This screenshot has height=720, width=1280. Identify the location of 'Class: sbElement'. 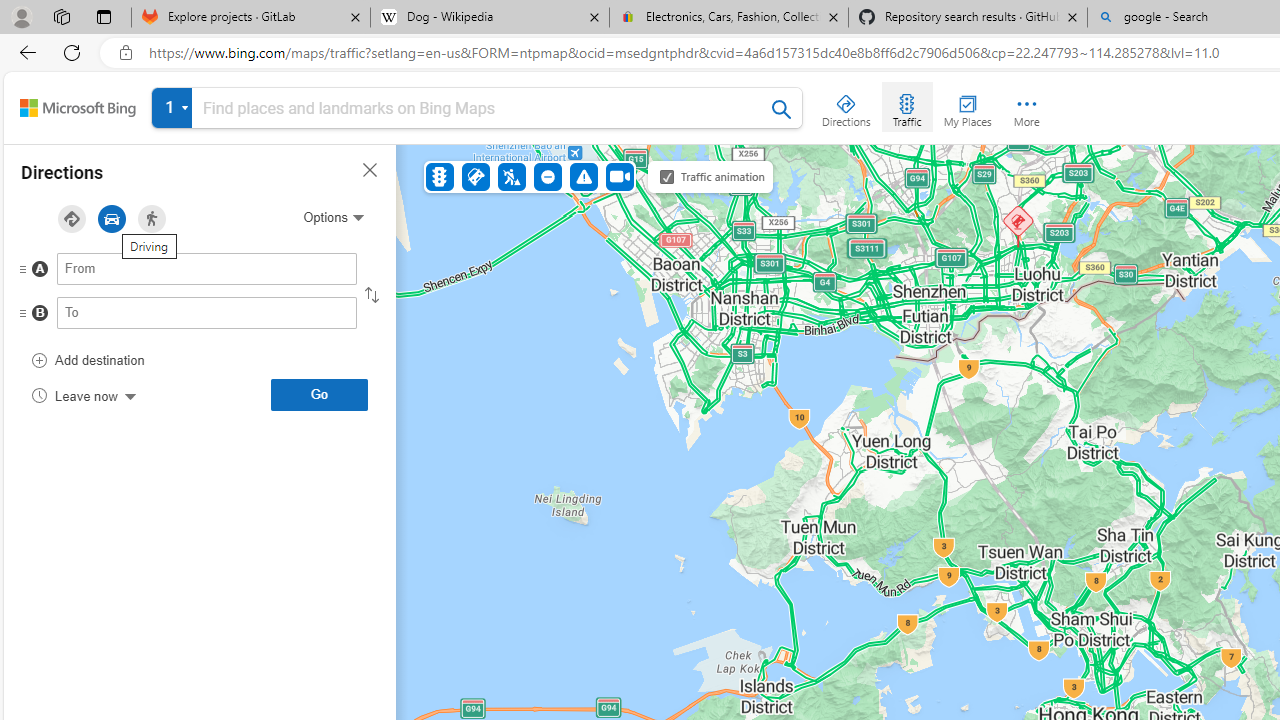
(78, 108).